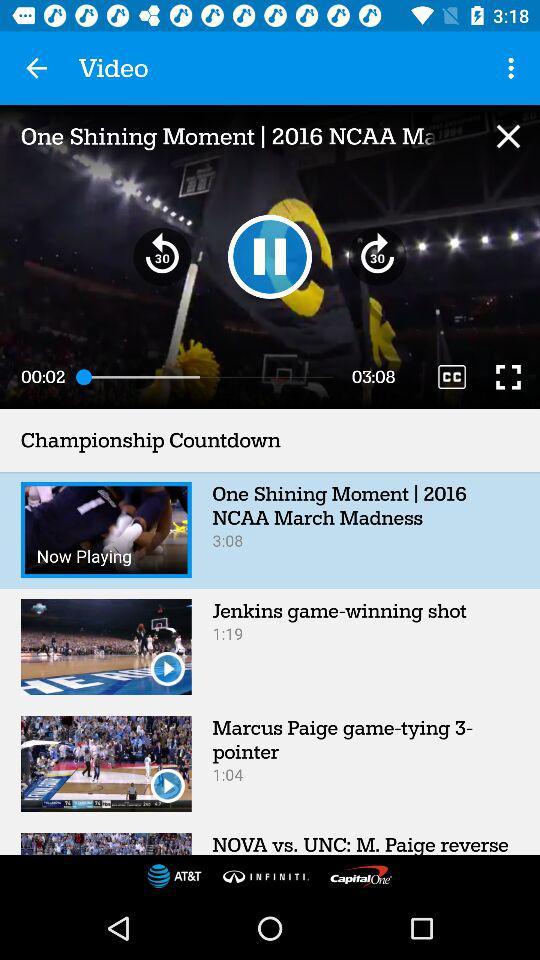  Describe the element at coordinates (36, 68) in the screenshot. I see `the item to the left of the video app` at that location.